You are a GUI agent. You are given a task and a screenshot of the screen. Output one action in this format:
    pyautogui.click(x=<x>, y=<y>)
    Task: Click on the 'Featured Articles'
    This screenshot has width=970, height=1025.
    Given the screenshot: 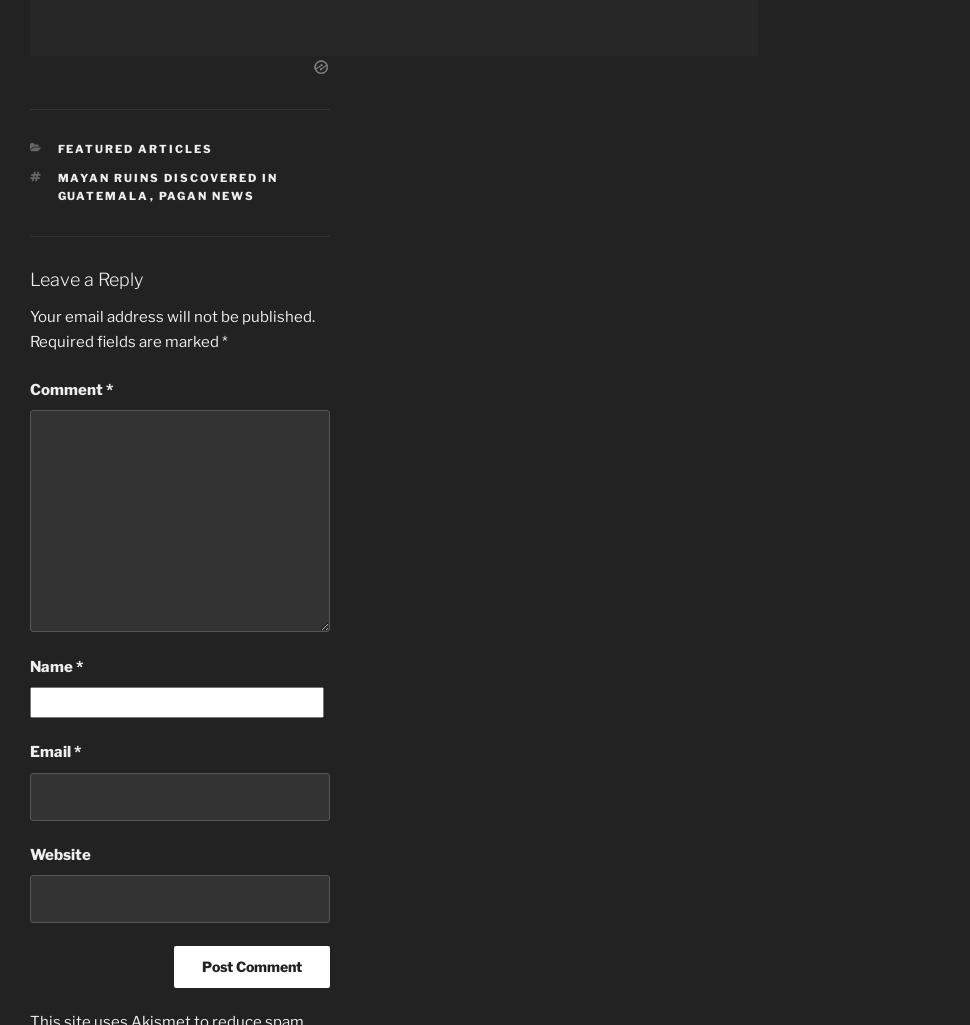 What is the action you would take?
    pyautogui.click(x=135, y=147)
    